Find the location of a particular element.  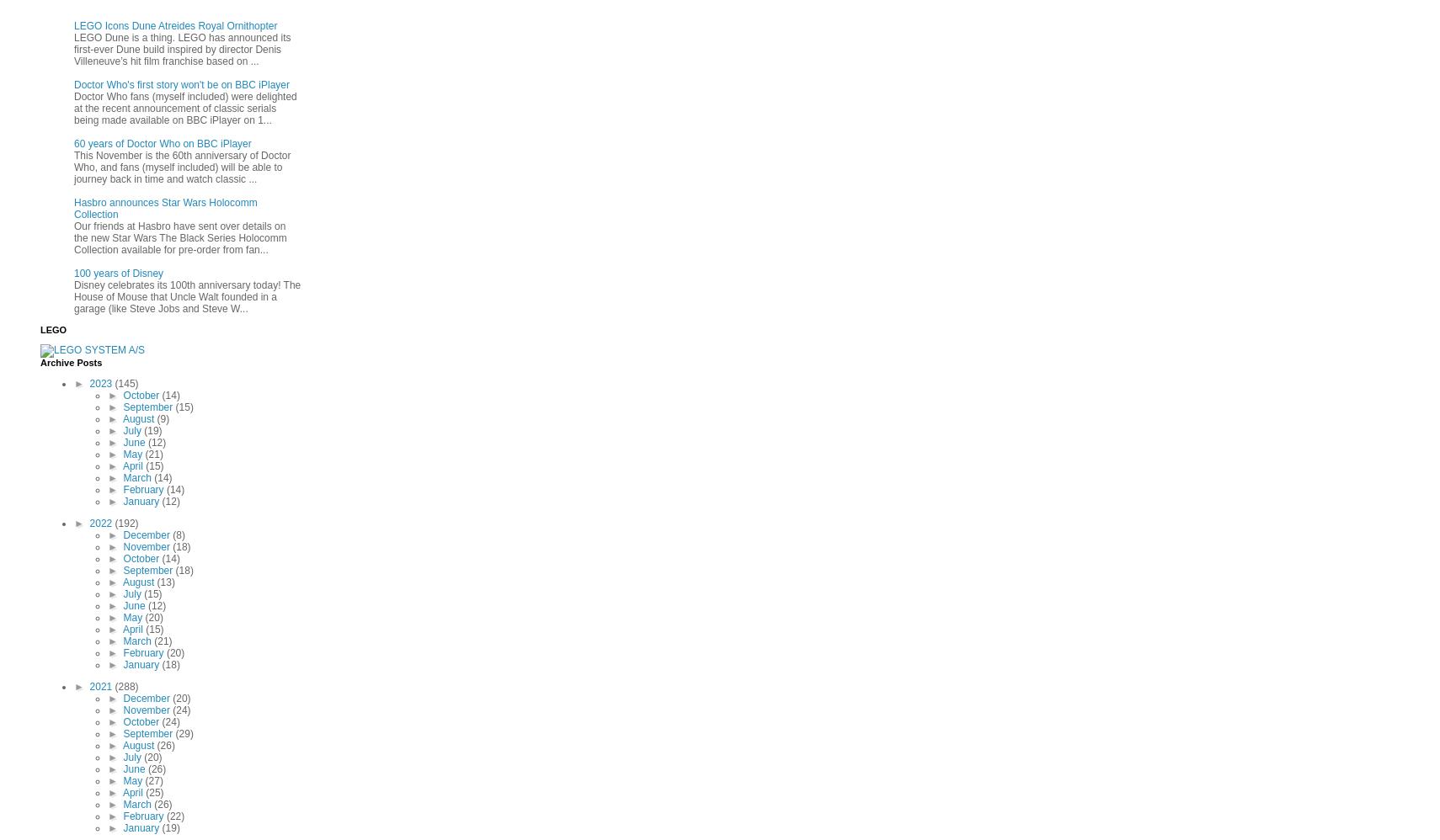

'(29)' is located at coordinates (183, 732).